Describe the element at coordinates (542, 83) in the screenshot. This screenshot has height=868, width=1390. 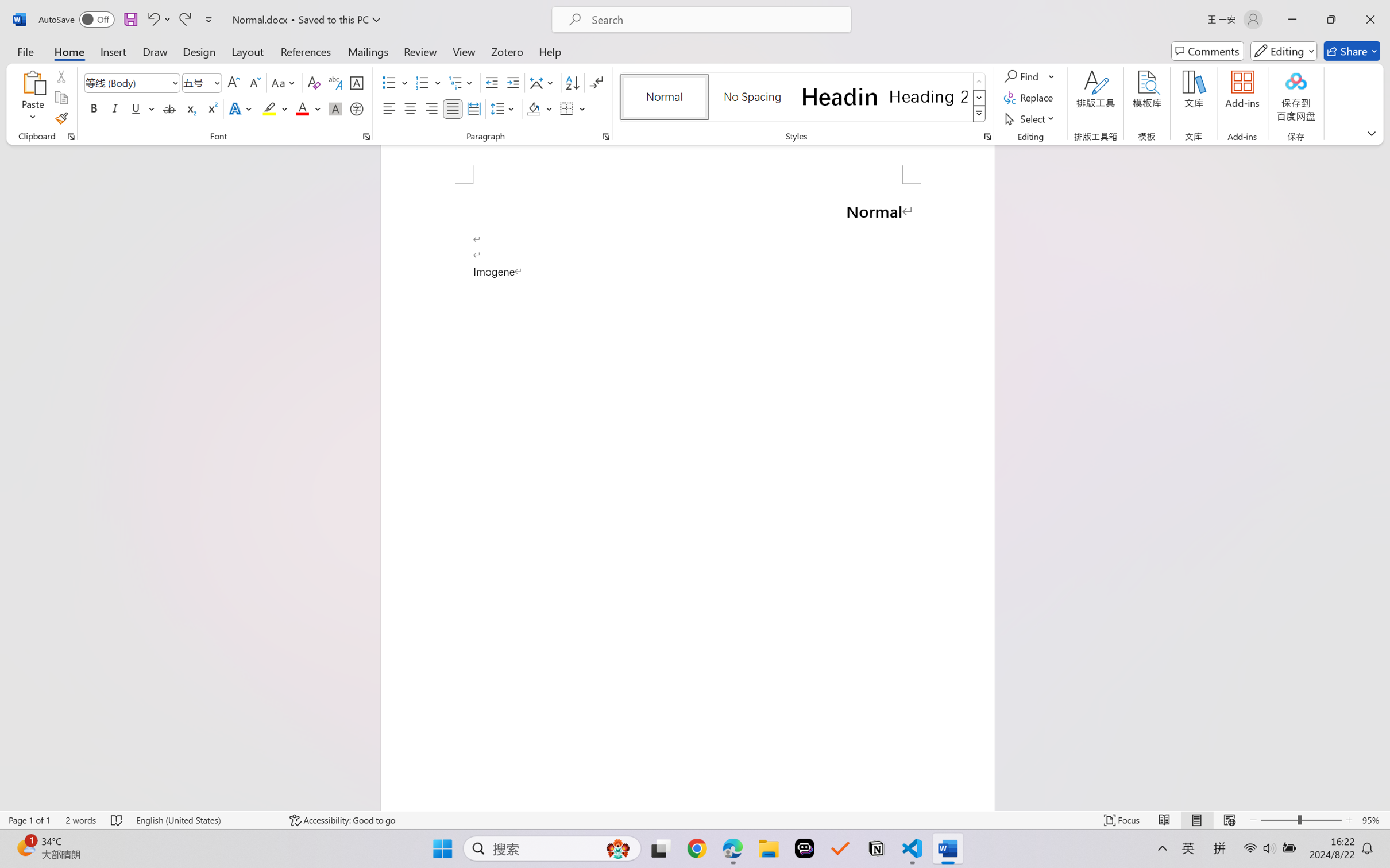
I see `'Asian Layout'` at that location.